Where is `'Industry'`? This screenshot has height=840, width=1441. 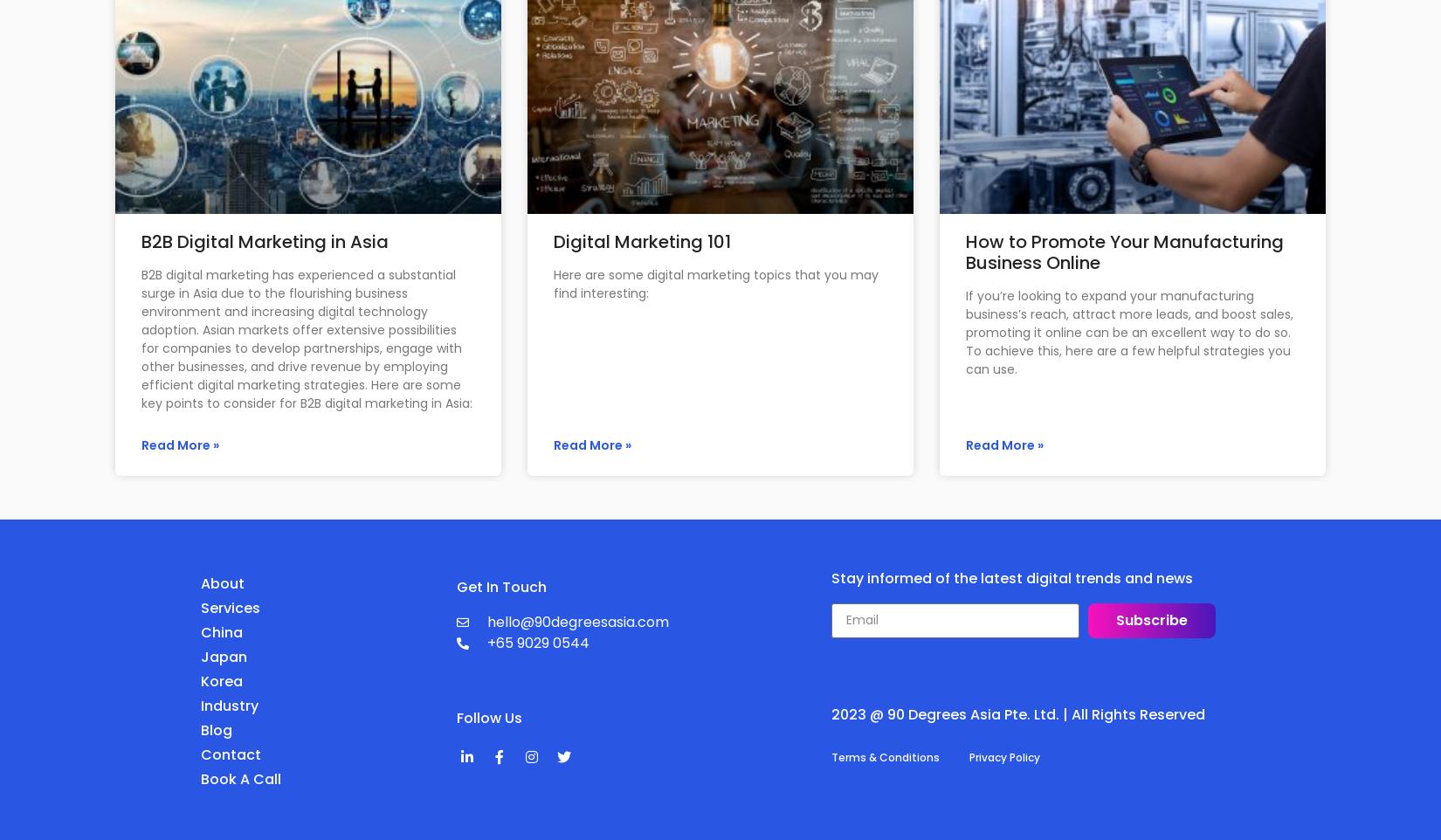 'Industry' is located at coordinates (230, 704).